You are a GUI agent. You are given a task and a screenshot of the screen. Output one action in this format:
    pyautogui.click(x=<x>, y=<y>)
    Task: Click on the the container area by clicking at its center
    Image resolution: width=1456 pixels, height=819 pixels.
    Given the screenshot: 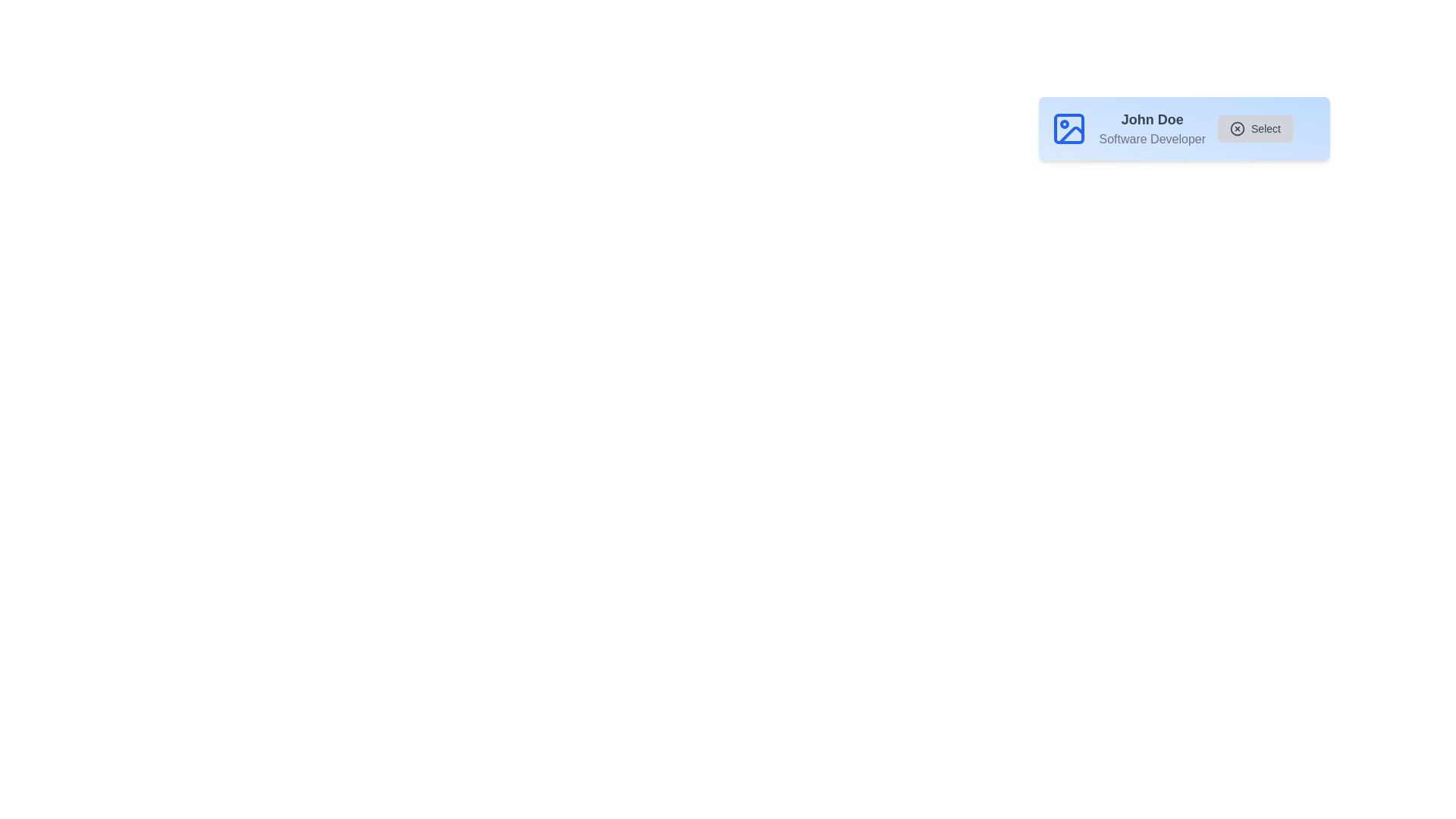 What is the action you would take?
    pyautogui.click(x=1183, y=127)
    